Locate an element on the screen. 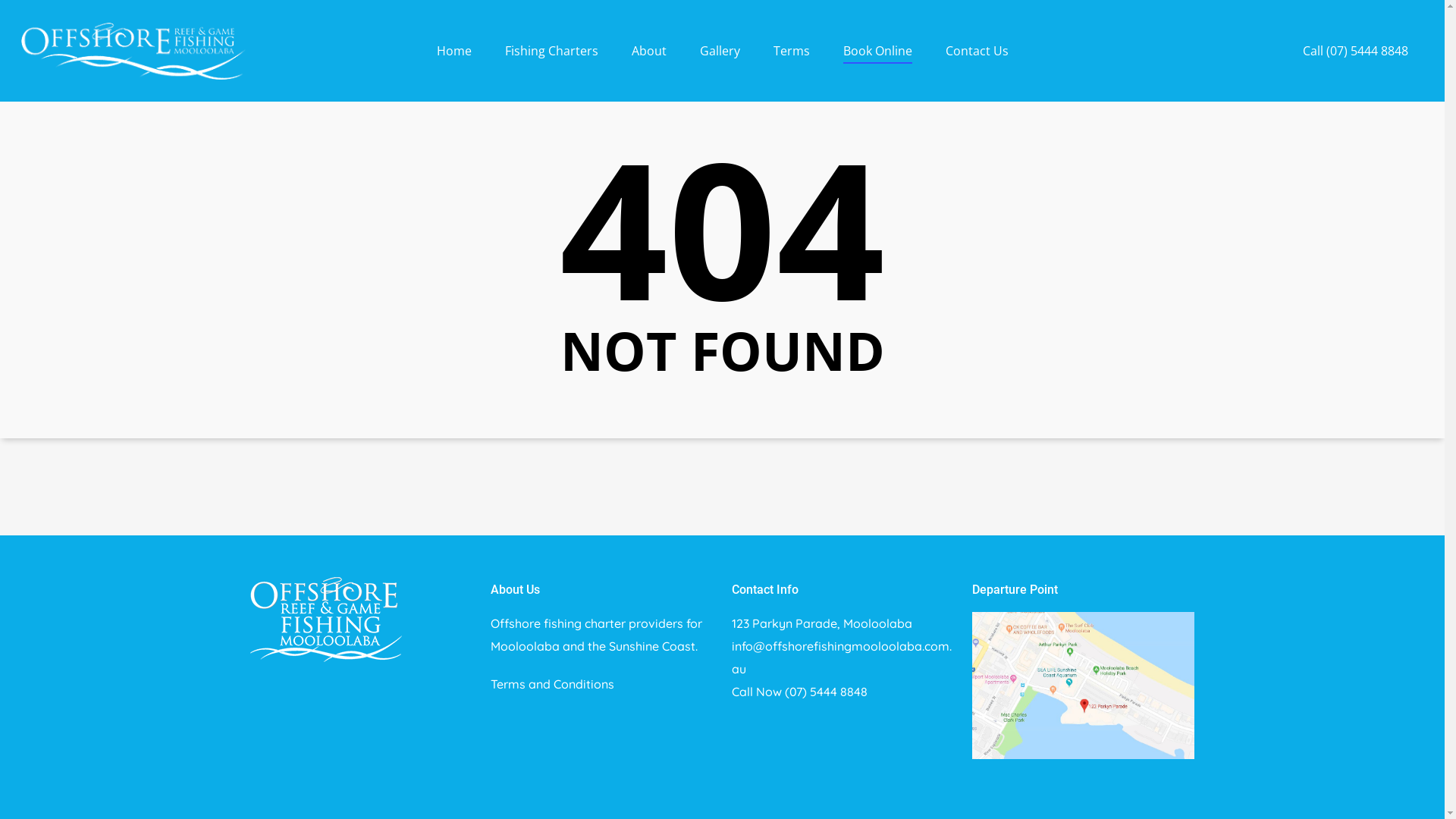  'Call Now (07) 5444 8848' is located at coordinates (799, 691).